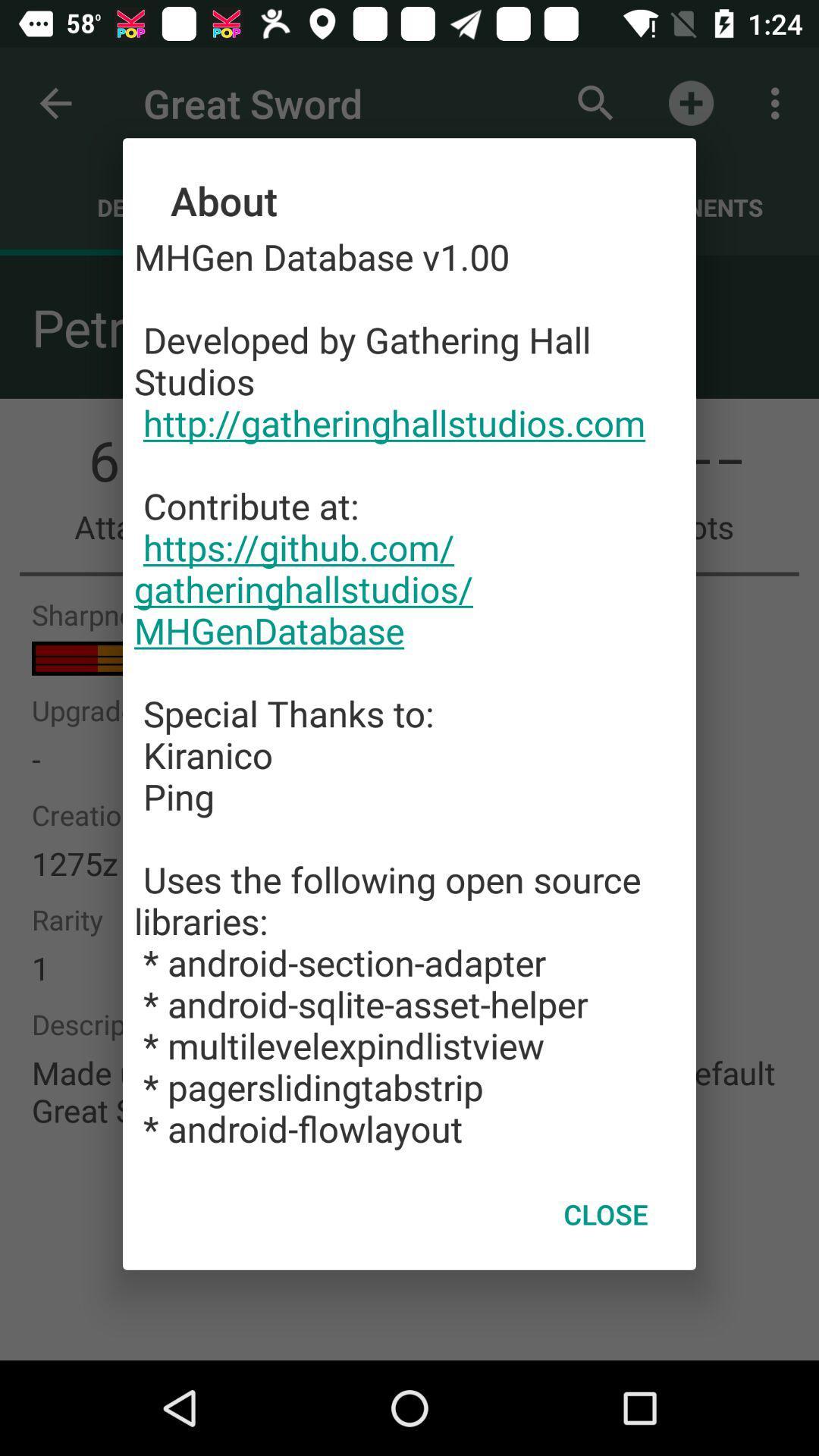 The height and width of the screenshot is (1456, 819). I want to click on the icon at the bottom right corner, so click(605, 1214).